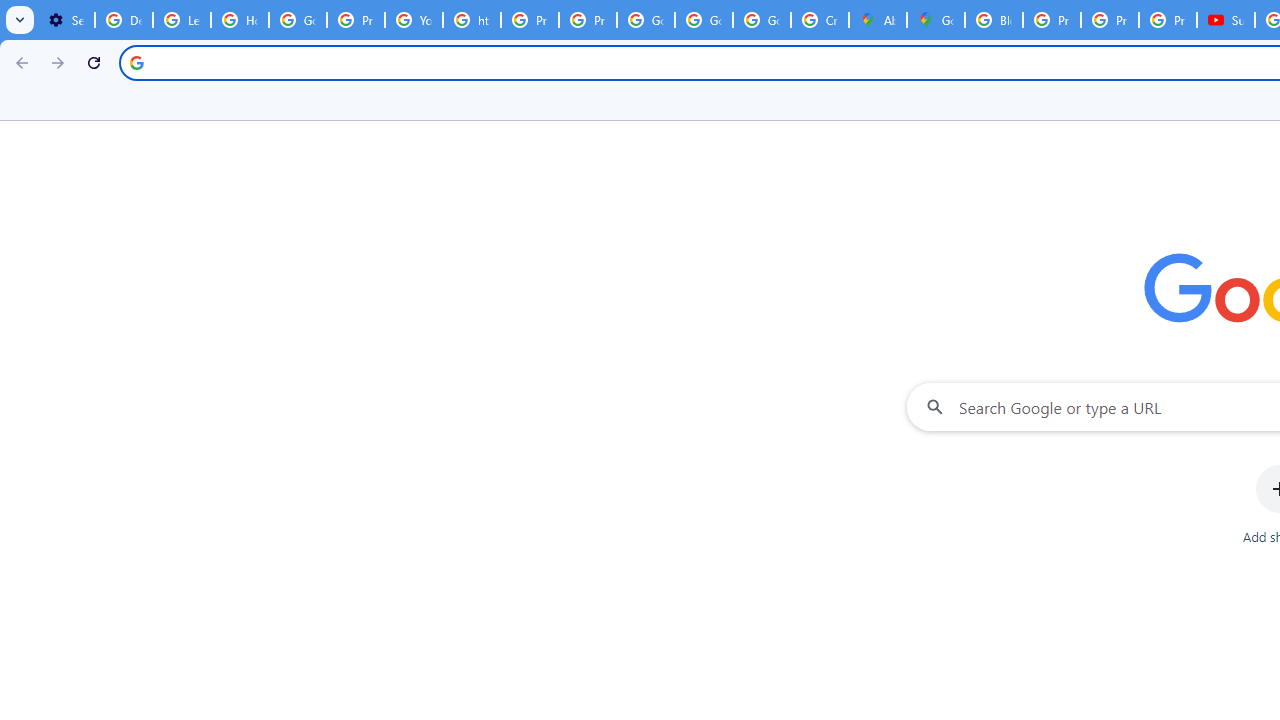 Image resolution: width=1280 pixels, height=720 pixels. I want to click on 'Learn how to find your photos - Google Photos Help', so click(181, 20).